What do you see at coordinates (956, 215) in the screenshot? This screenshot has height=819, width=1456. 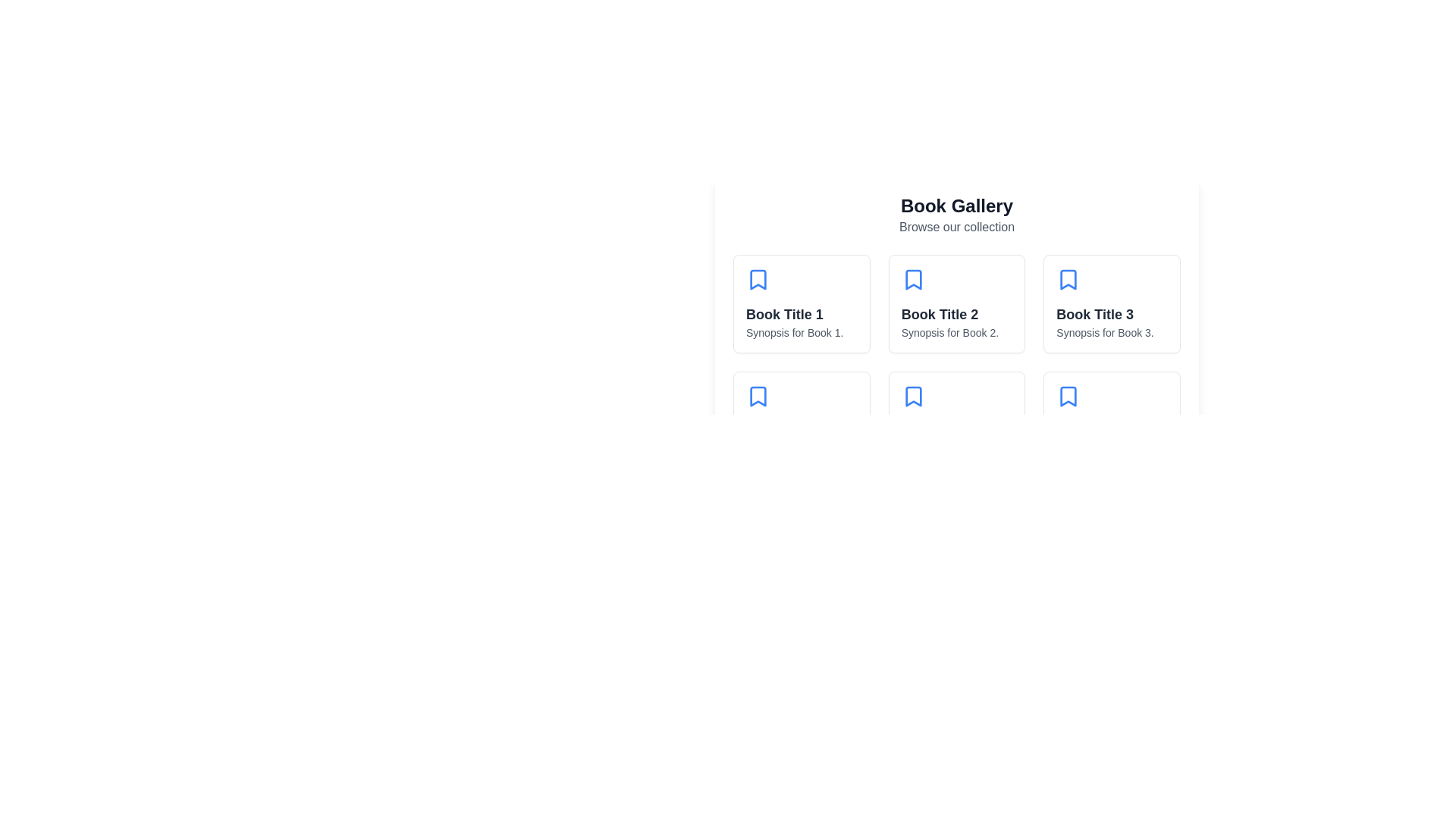 I see `the Header or Title Section that displays 'Book Gallery' and 'Browse our collection' at the top-center of the interface` at bounding box center [956, 215].